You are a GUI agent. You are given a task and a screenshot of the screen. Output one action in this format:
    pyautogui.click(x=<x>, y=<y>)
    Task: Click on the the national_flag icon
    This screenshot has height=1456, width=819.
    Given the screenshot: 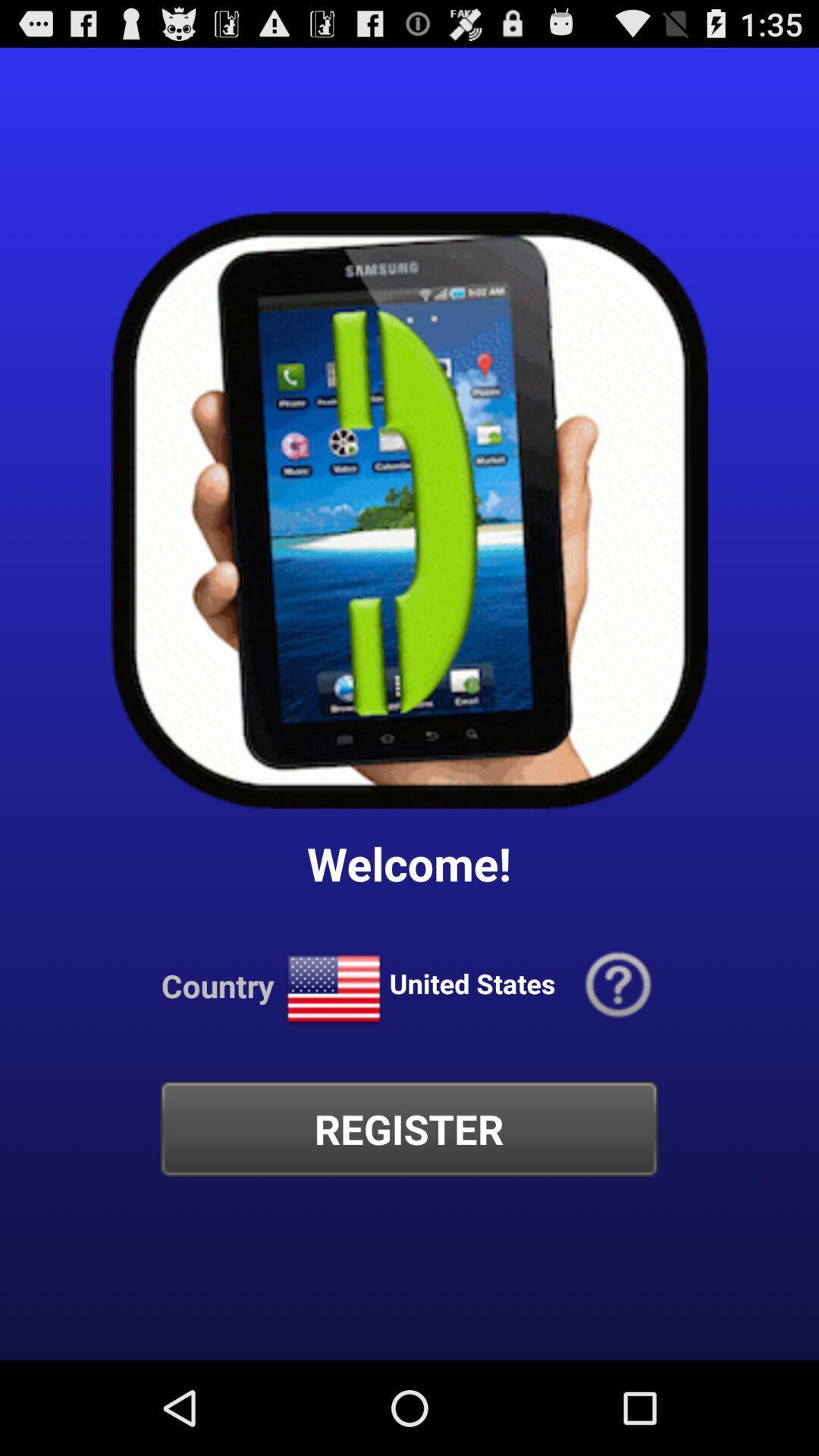 What is the action you would take?
    pyautogui.click(x=333, y=1058)
    